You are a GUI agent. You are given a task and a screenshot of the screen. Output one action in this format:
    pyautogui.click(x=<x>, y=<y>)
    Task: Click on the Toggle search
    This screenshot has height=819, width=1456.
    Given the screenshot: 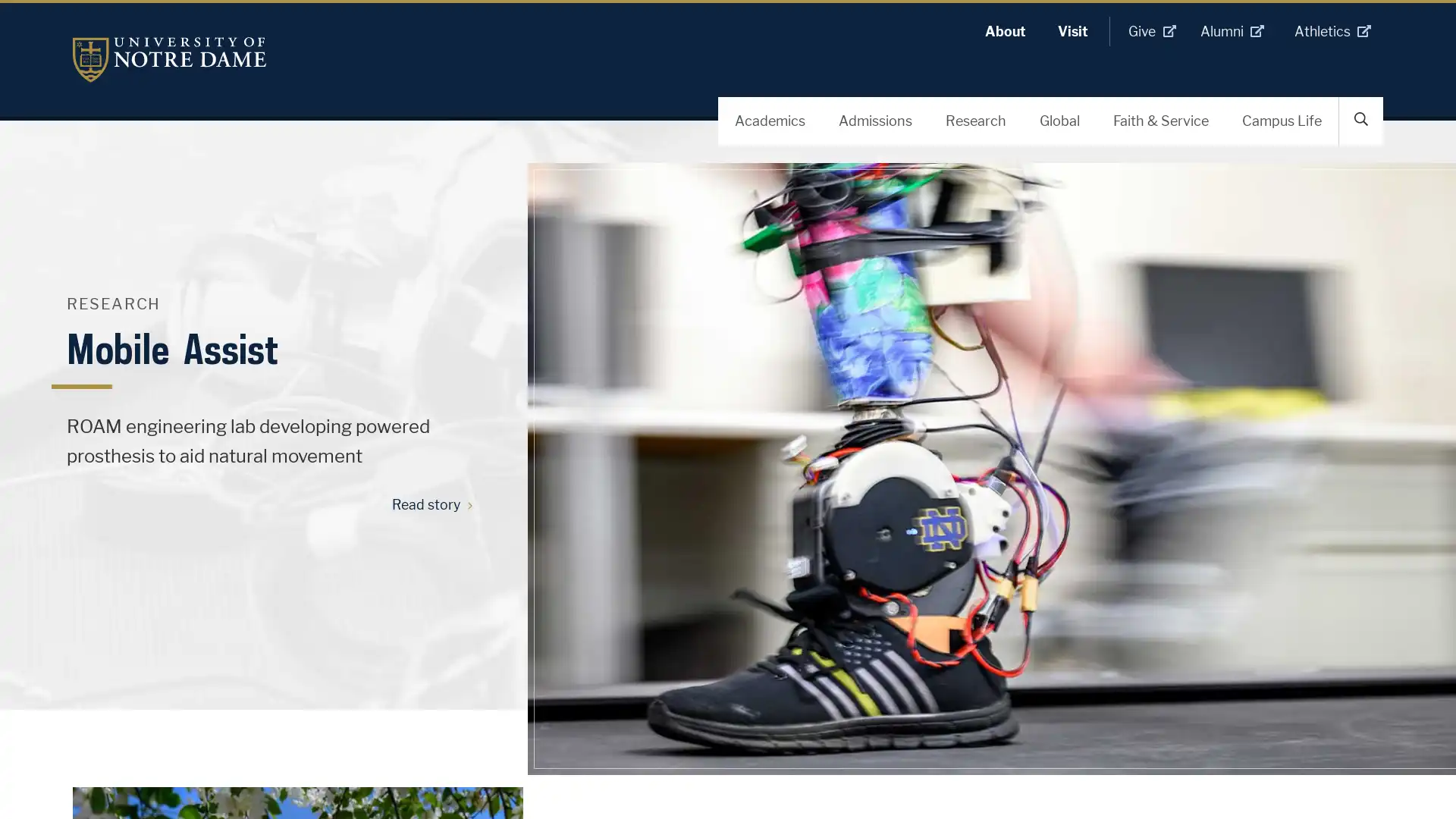 What is the action you would take?
    pyautogui.click(x=1361, y=119)
    